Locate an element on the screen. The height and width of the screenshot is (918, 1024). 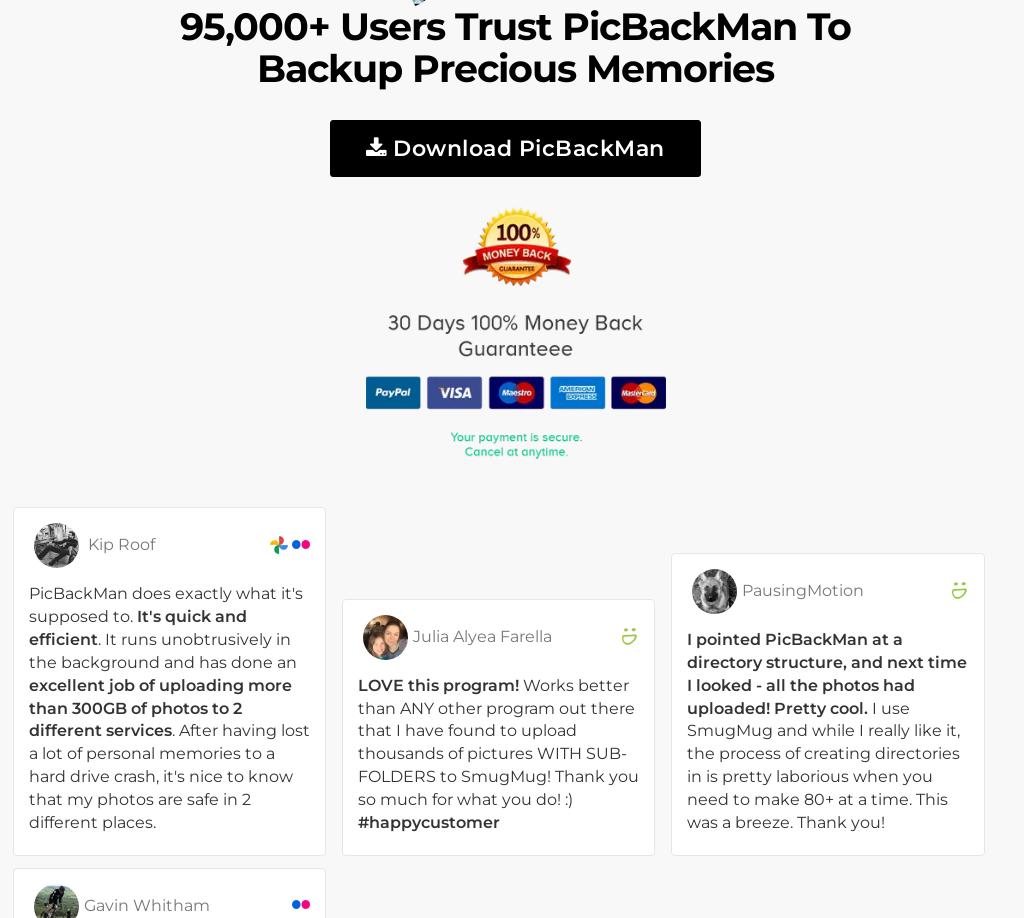
'PicBackMan does exactly what it's supposed to.' is located at coordinates (164, 603).